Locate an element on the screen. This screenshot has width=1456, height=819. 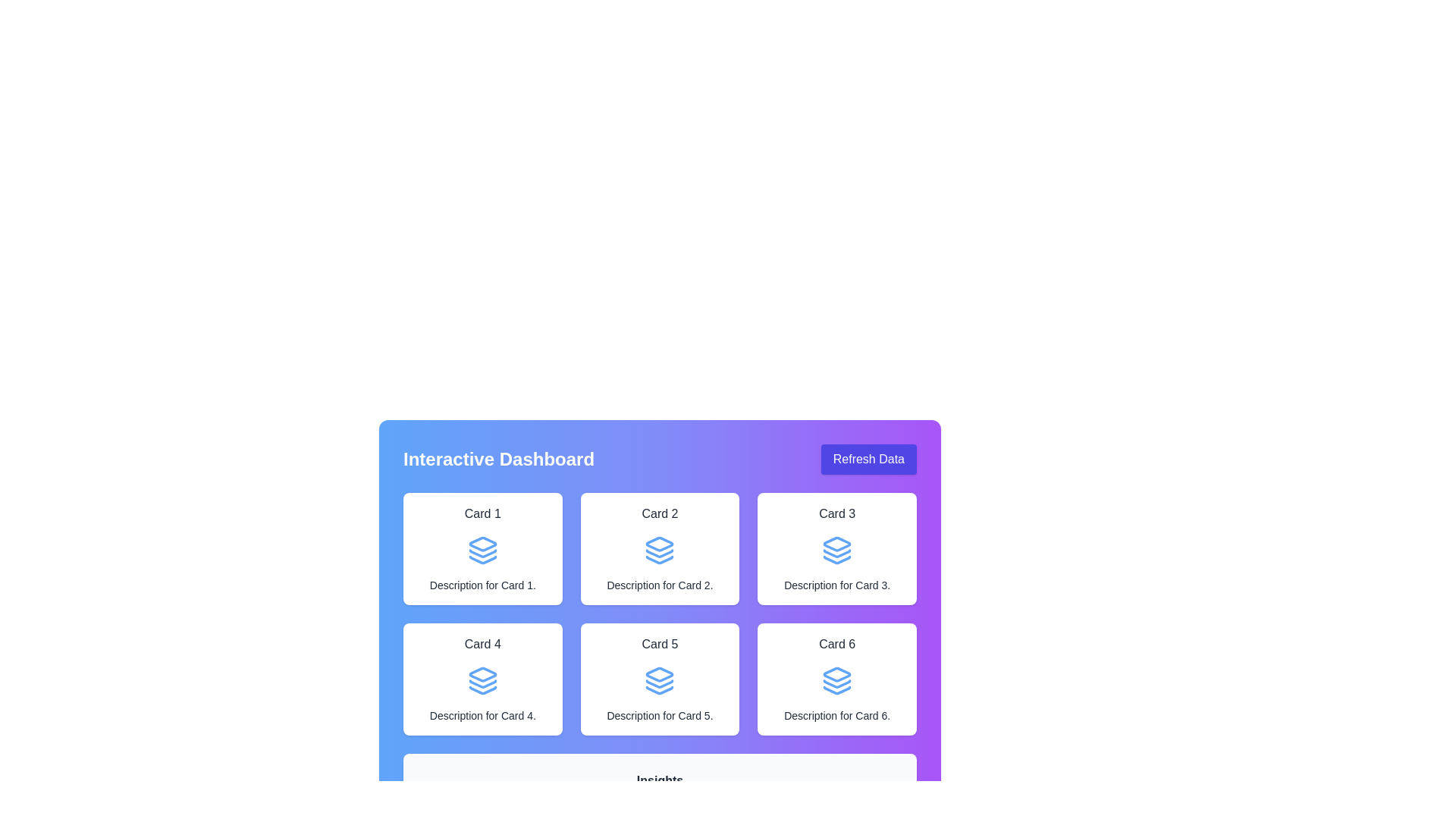
the static text label that describes 'Card 4', located beneath its icon and heading in the second row, first column of the grid is located at coordinates (482, 716).